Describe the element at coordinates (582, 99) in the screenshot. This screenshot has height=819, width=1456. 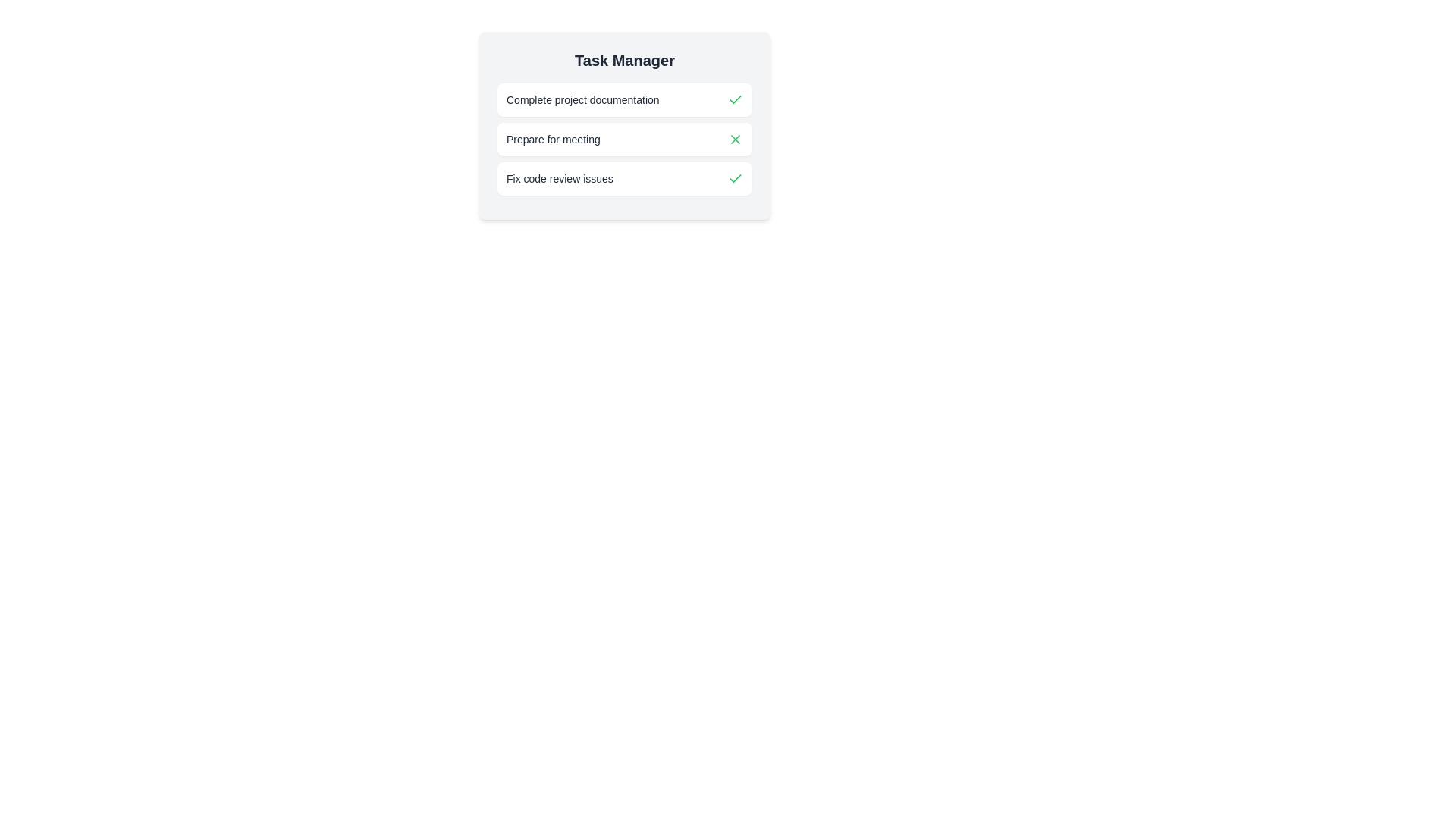
I see `the text label displaying 'Complete project documentation' which is located at the top of the task card in the 'Task Manager' list` at that location.